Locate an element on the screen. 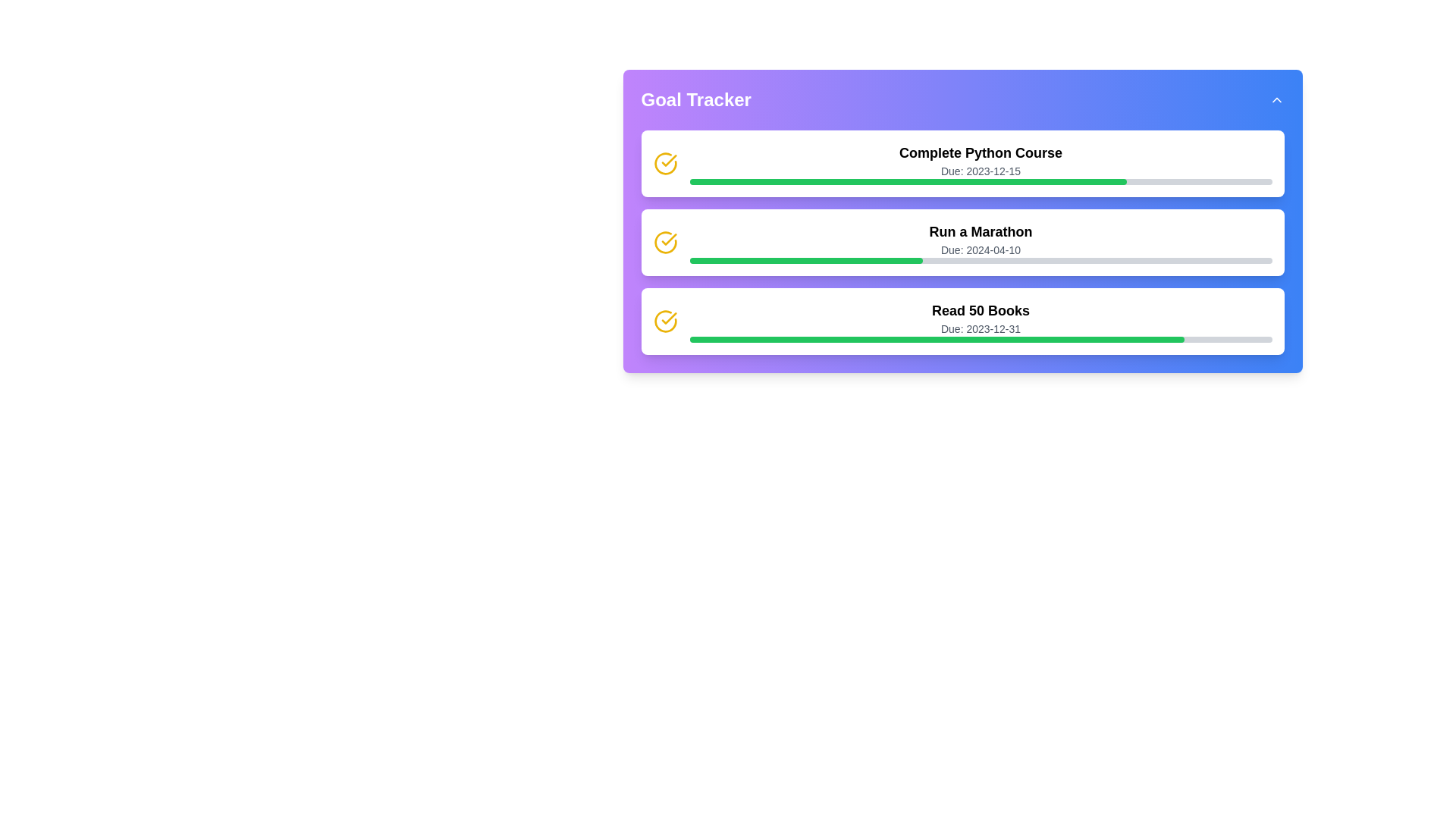 This screenshot has width=1456, height=819. the completion status icon located at the top-left section of the 'Run a Marathon' card, to the left of the goal title and progress bar is located at coordinates (665, 242).